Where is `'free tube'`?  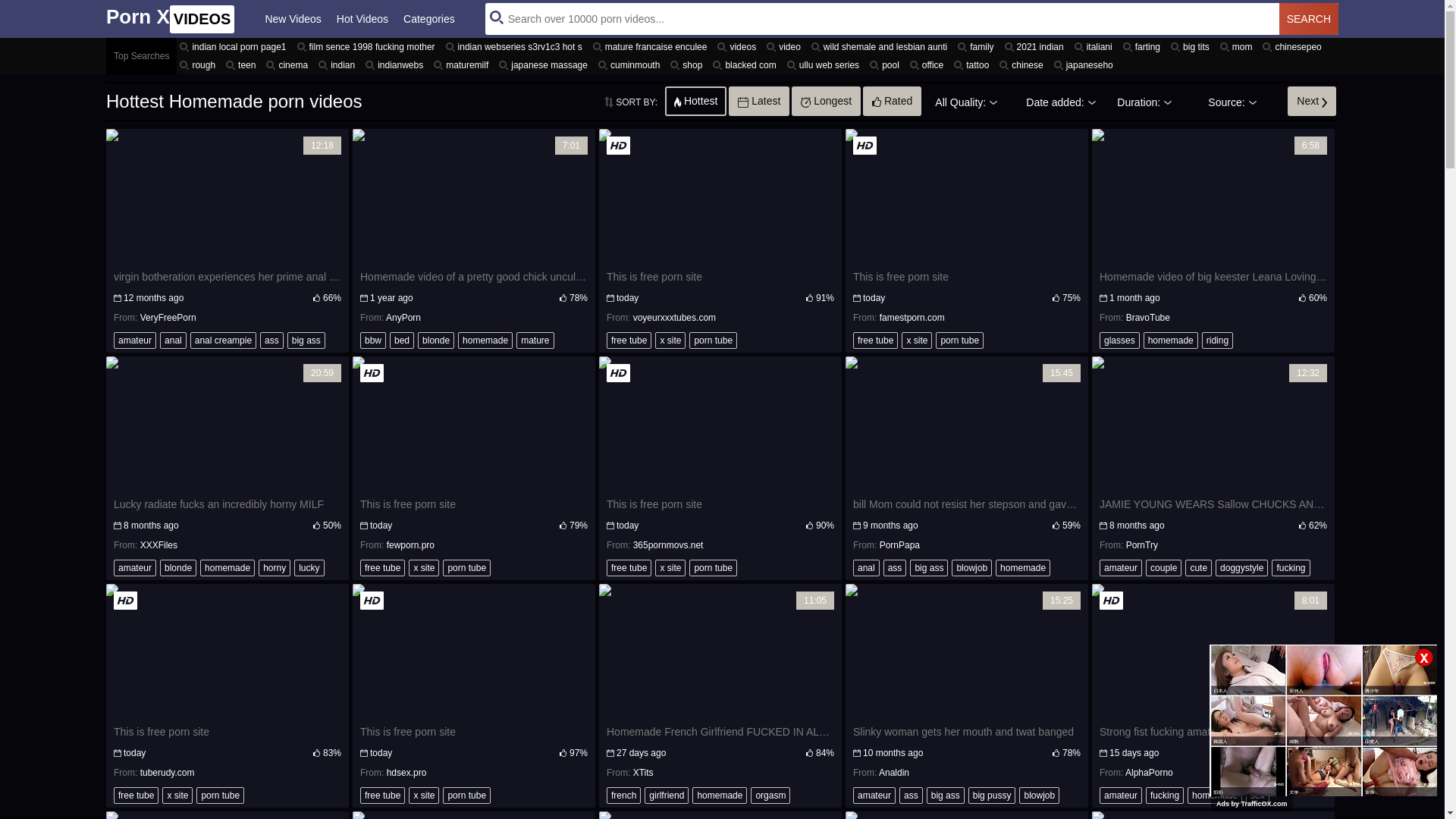
'free tube' is located at coordinates (607, 339).